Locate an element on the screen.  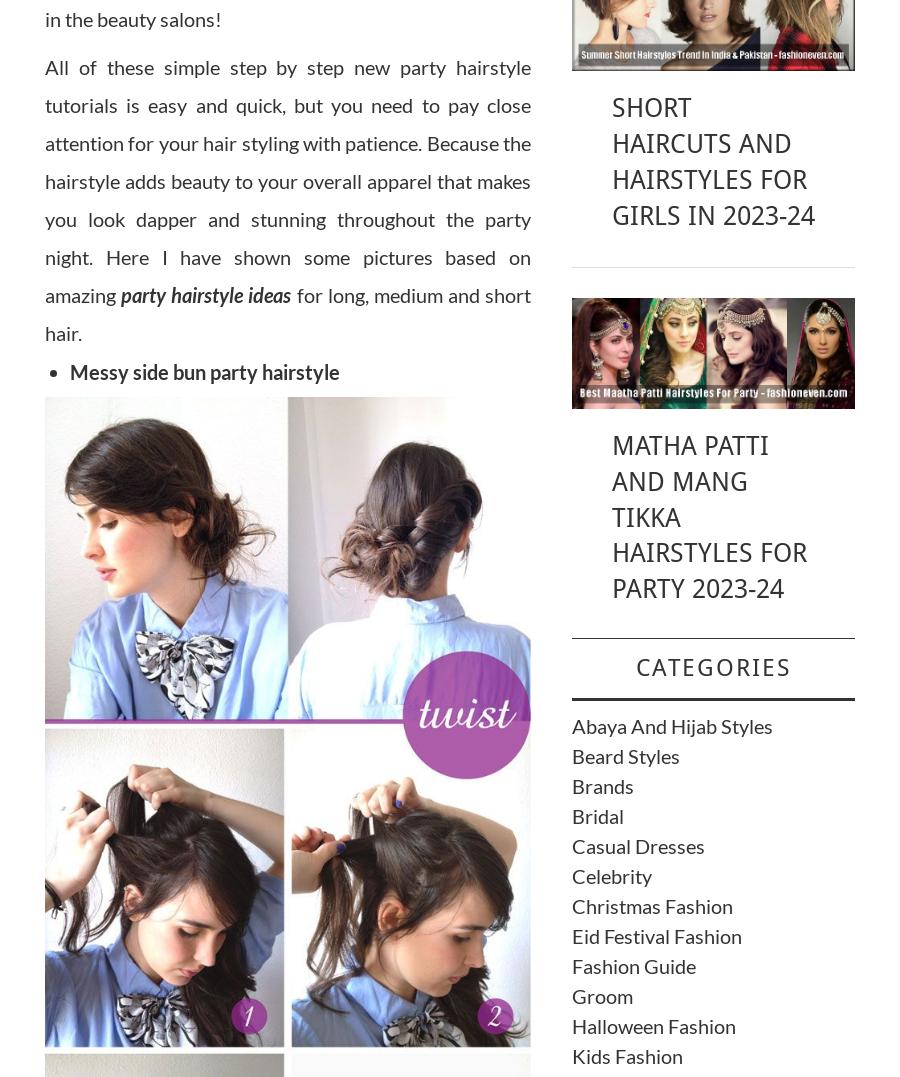
'Categories' is located at coordinates (711, 666).